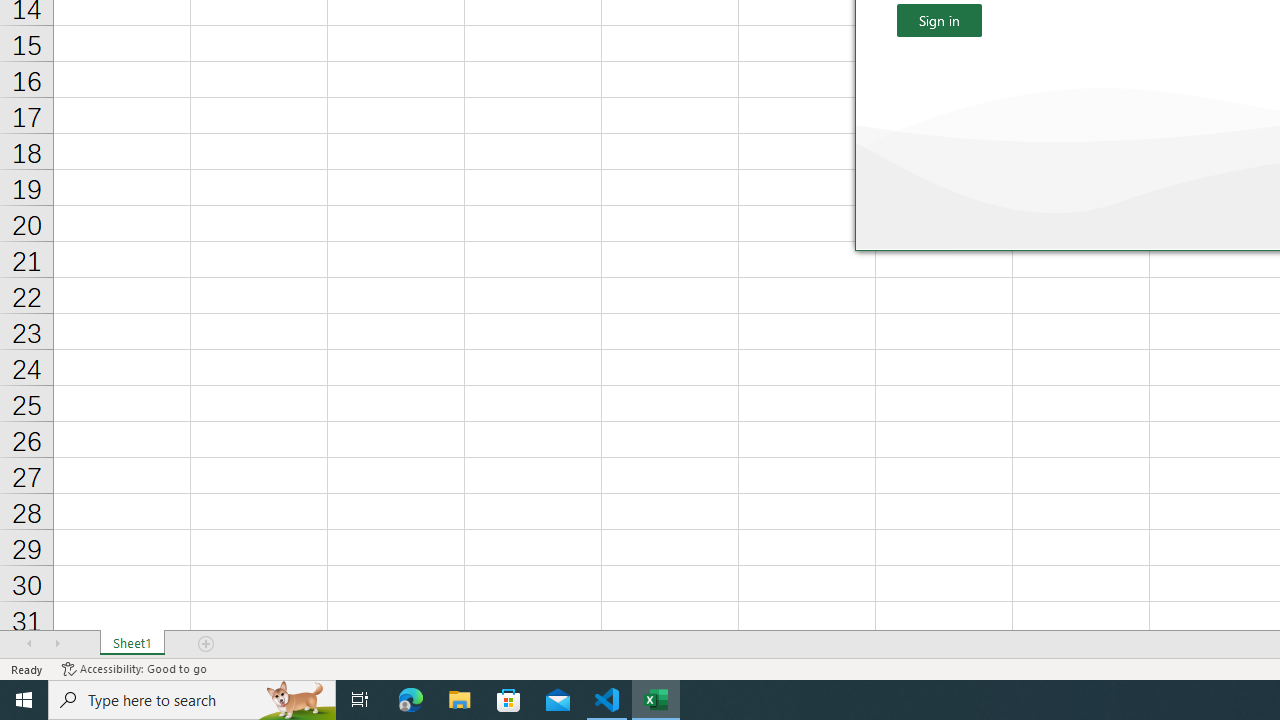 The height and width of the screenshot is (720, 1280). What do you see at coordinates (131, 644) in the screenshot?
I see `'Sheet1'` at bounding box center [131, 644].